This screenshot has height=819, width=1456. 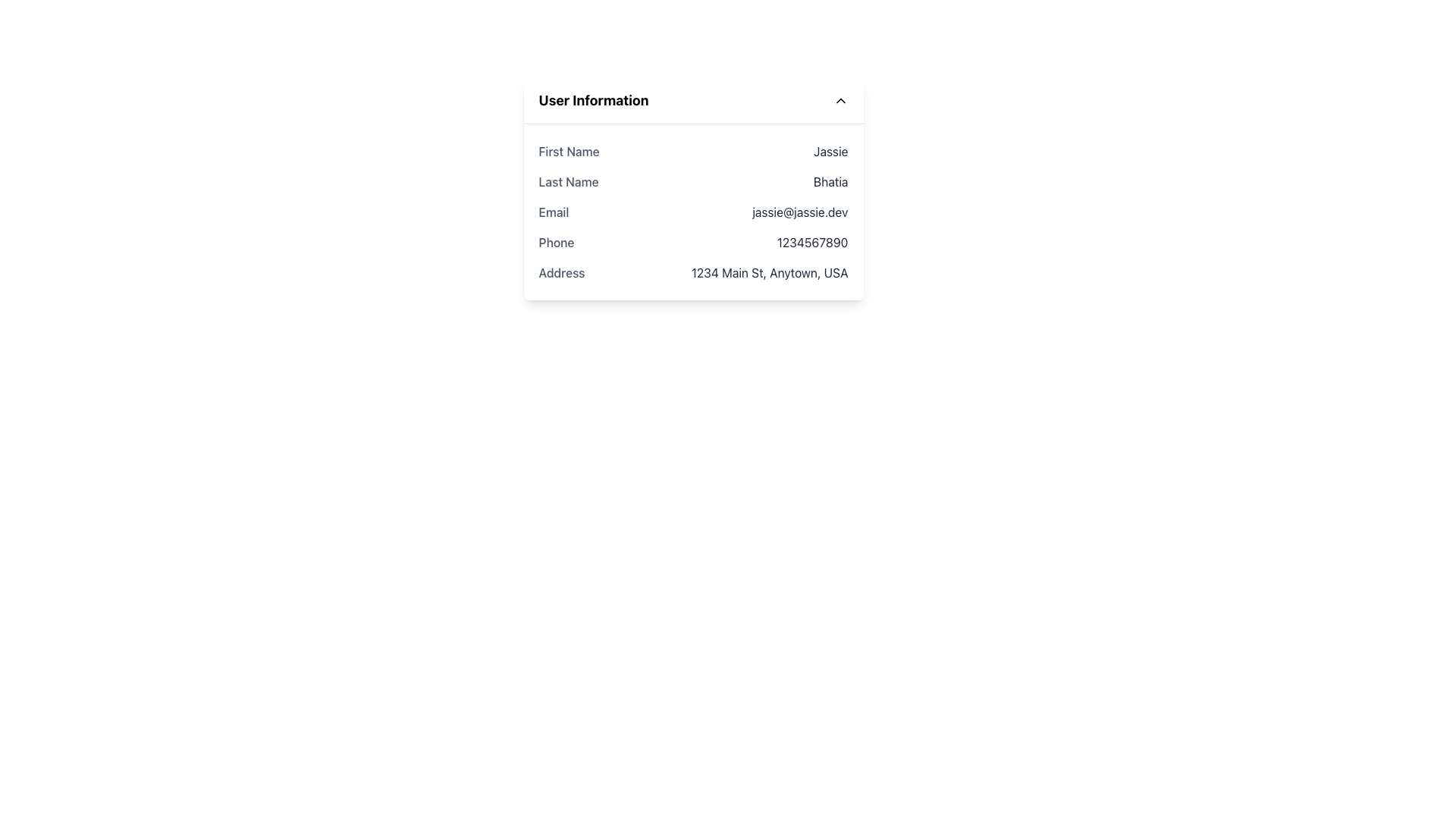 I want to click on the static text label indicating the user's first name in the 'User Information' section, which is positioned to the left of the value 'Jassie', so click(x=568, y=152).